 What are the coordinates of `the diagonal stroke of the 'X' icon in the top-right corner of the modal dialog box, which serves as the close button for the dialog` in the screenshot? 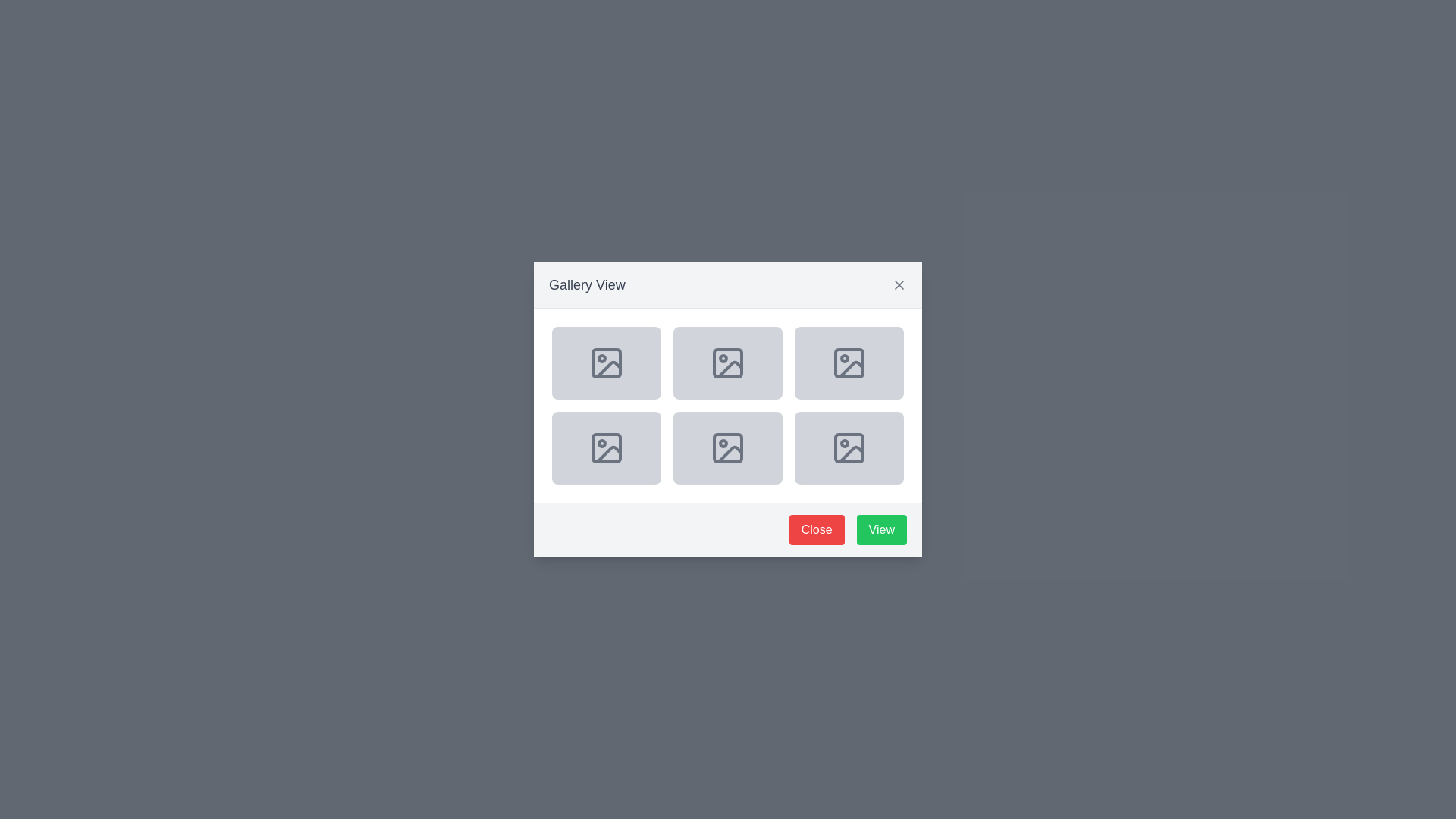 It's located at (899, 284).